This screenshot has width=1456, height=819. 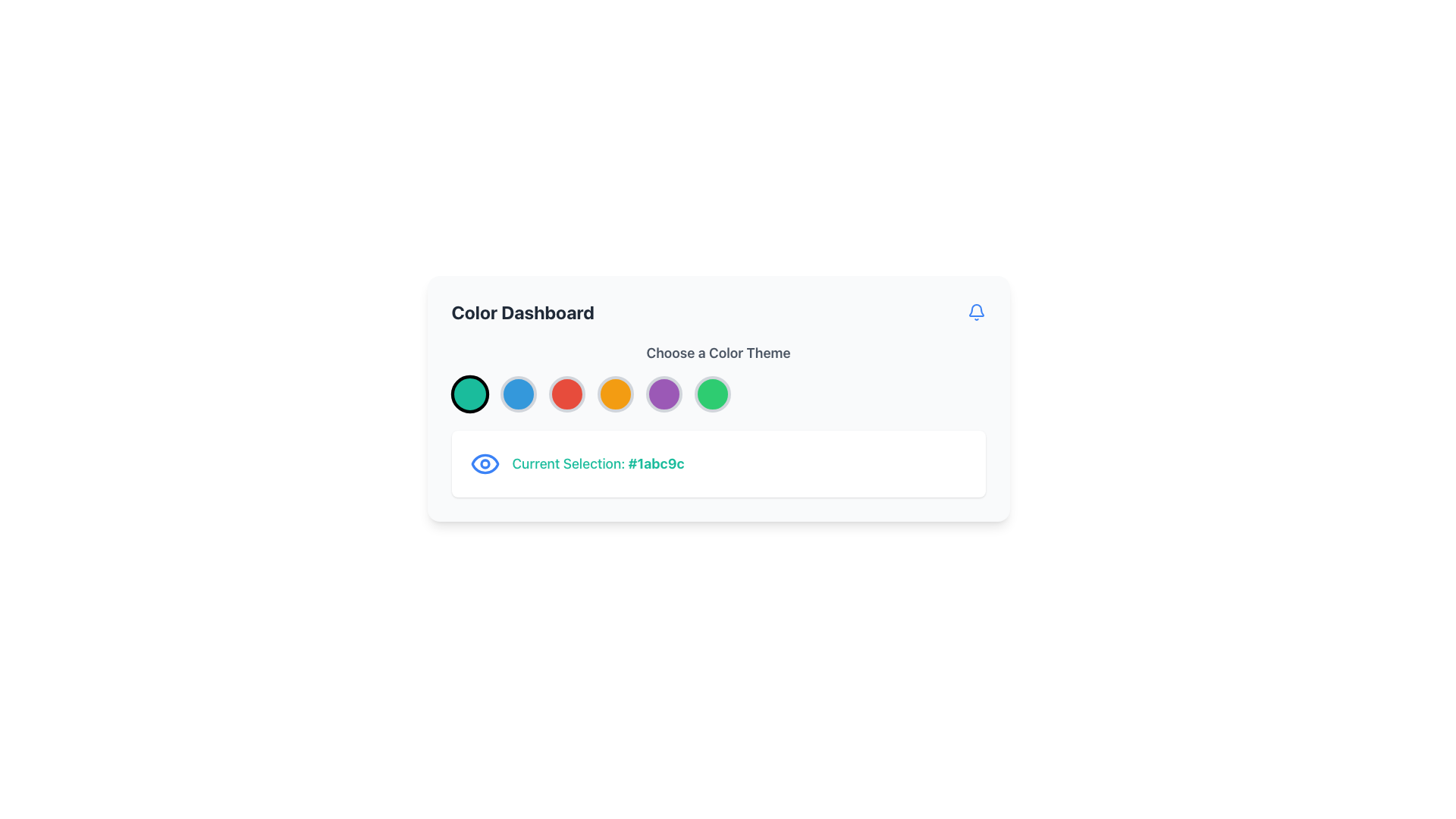 What do you see at coordinates (615, 394) in the screenshot?
I see `the fourth circular button in the color selection group` at bounding box center [615, 394].